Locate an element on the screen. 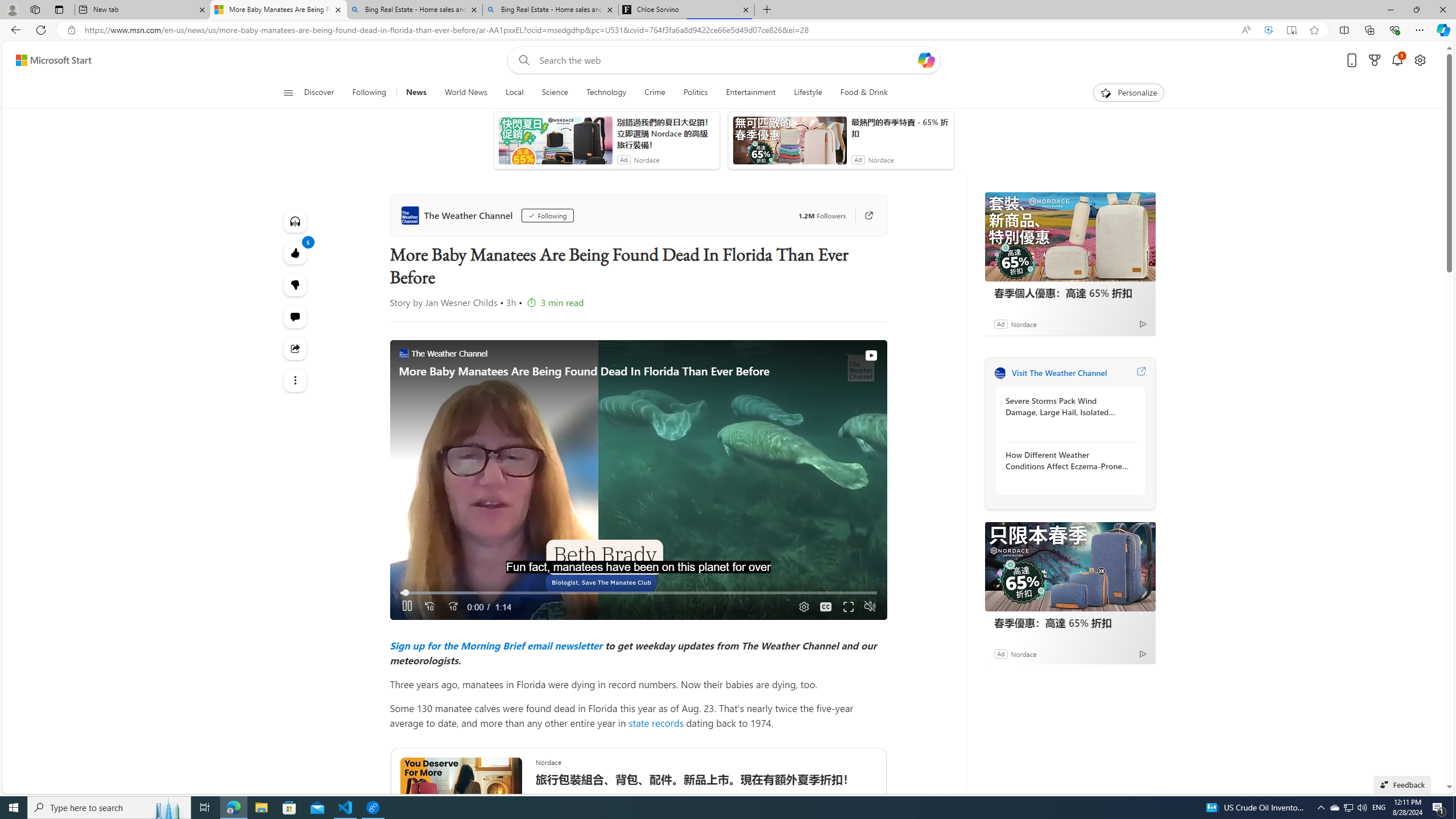 The height and width of the screenshot is (819, 1456). 'More like this5Fewer like thisStart the conversation' is located at coordinates (295, 285).